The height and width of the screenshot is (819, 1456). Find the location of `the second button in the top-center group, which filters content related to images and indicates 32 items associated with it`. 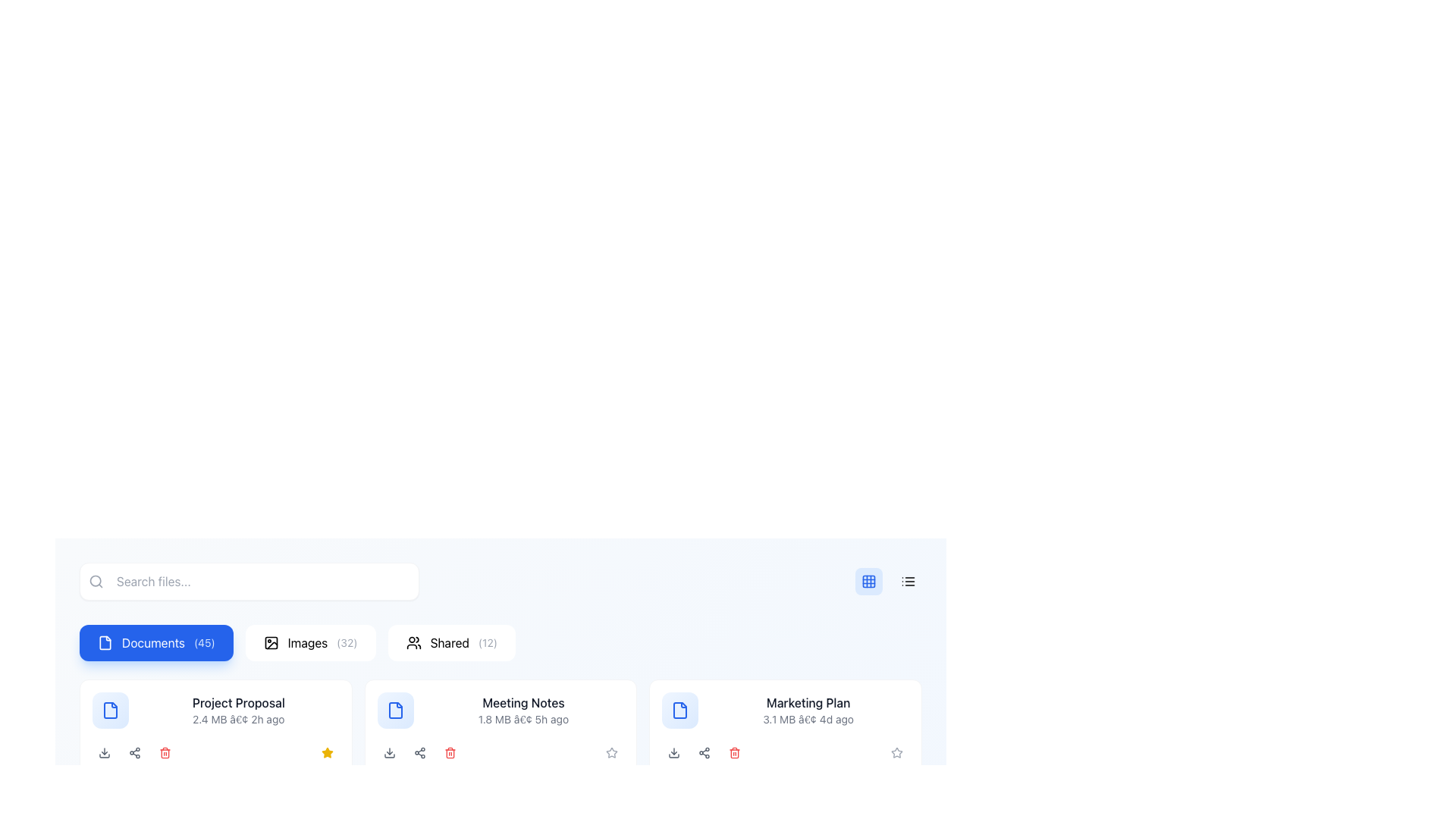

the second button in the top-center group, which filters content related to images and indicates 32 items associated with it is located at coordinates (309, 643).